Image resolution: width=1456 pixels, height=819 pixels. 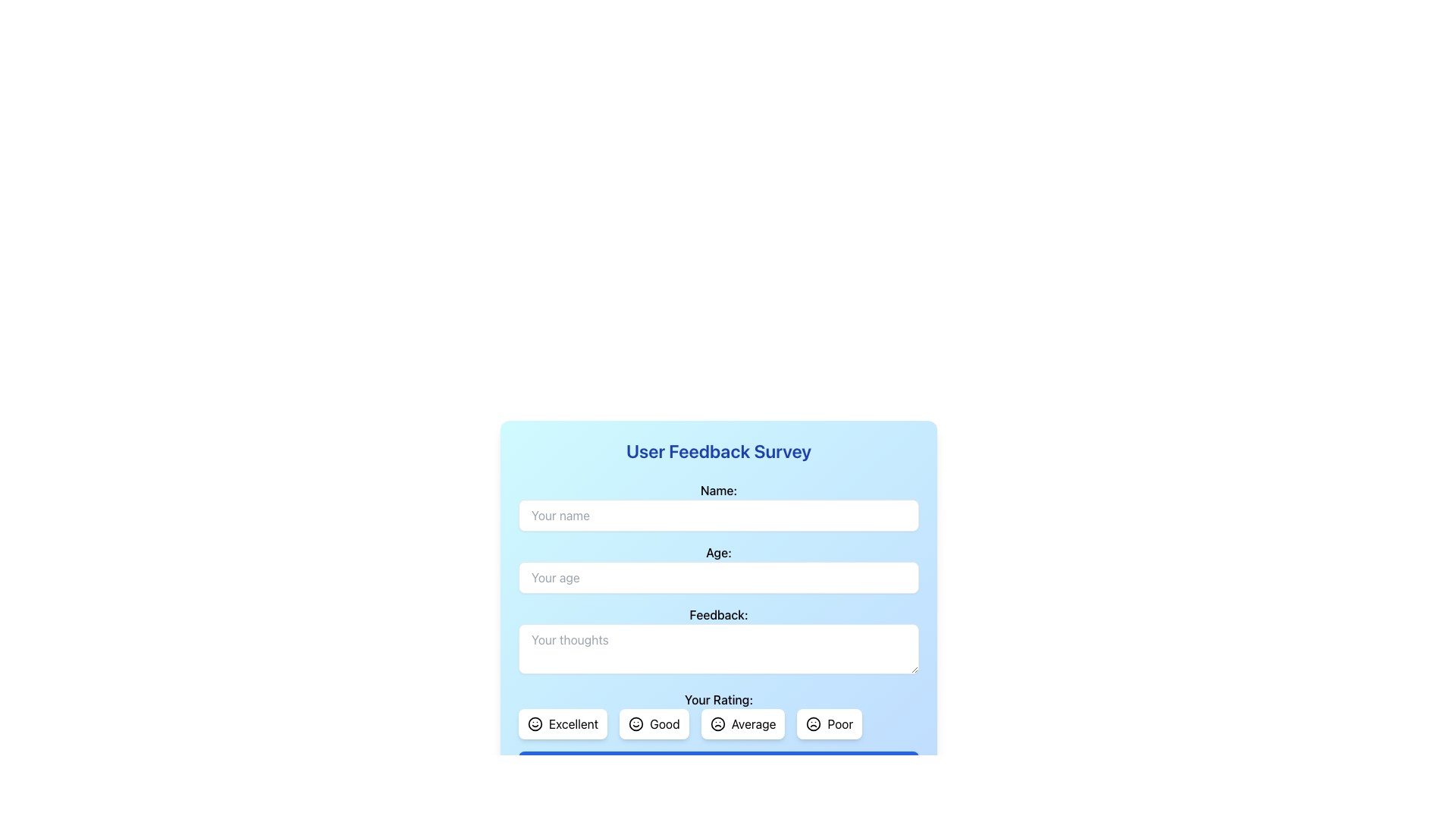 What do you see at coordinates (718, 714) in the screenshot?
I see `the 'Average' rating button, which is the third option in the rating group under the 'Your Rating:' label in the 'User Feedback Survey' form` at bounding box center [718, 714].